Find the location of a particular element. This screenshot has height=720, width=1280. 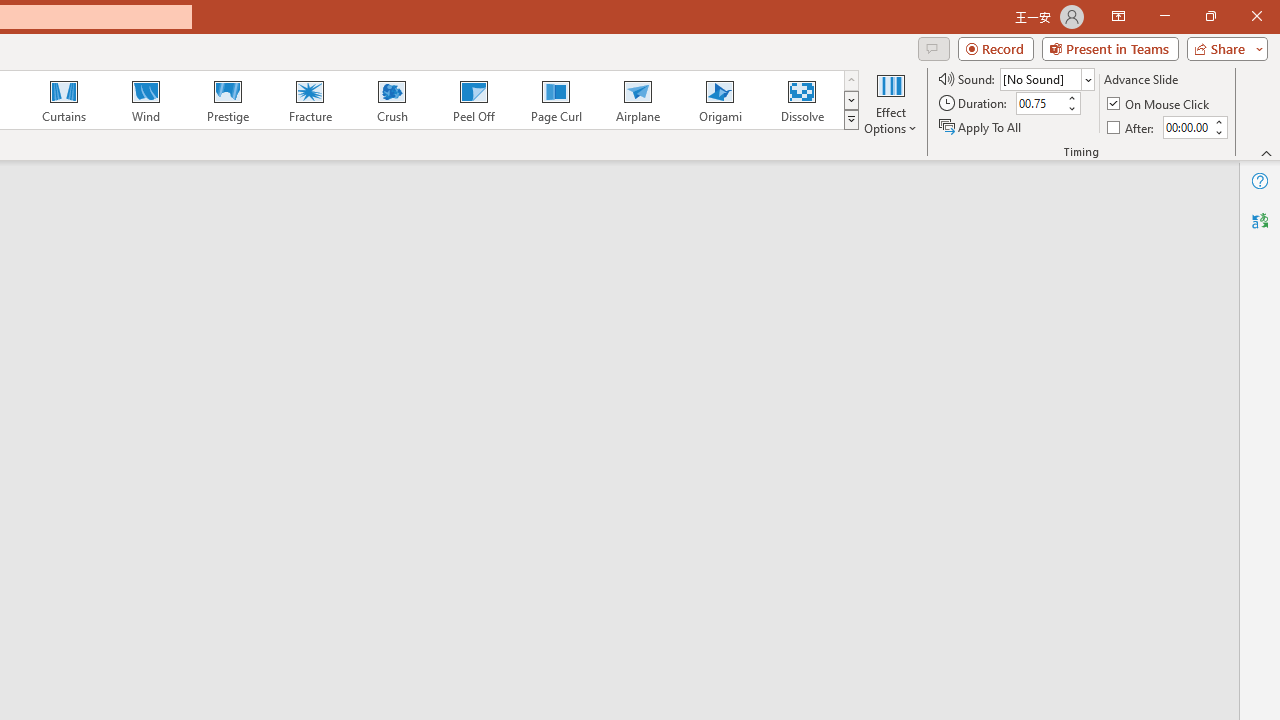

'Apply To All' is located at coordinates (981, 127).